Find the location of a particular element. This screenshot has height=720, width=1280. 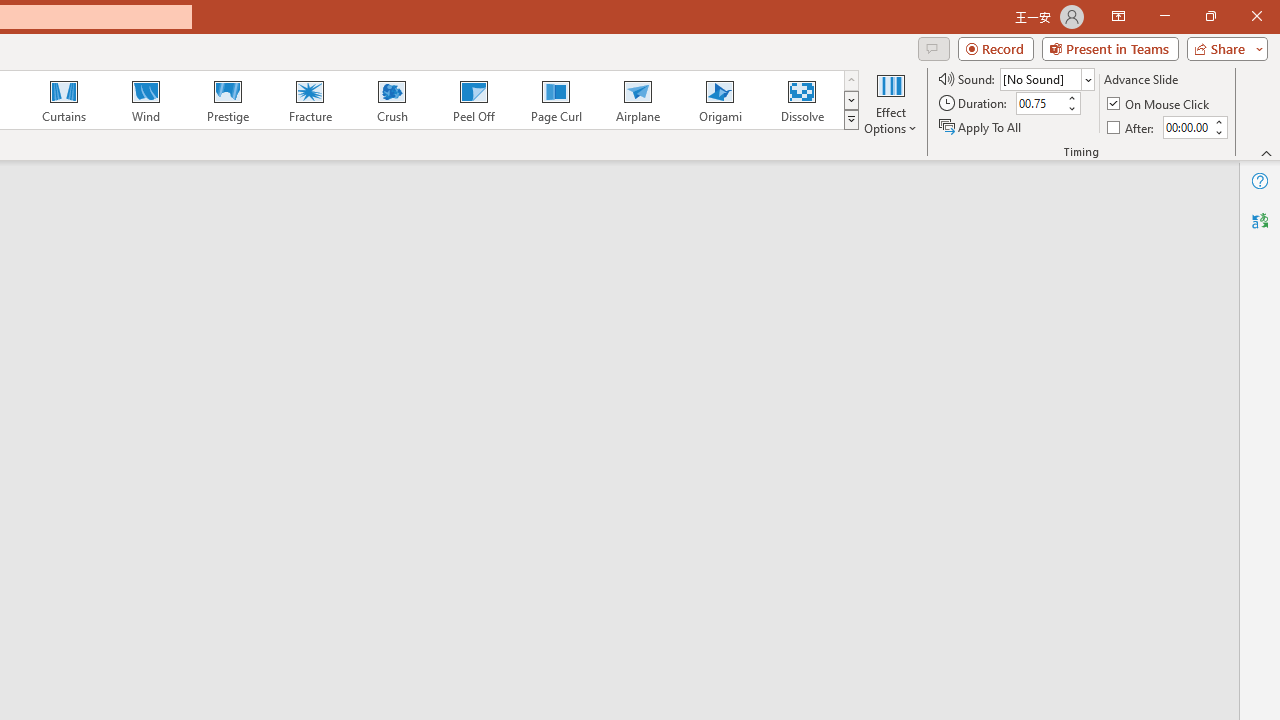

'Apply To All' is located at coordinates (981, 127).